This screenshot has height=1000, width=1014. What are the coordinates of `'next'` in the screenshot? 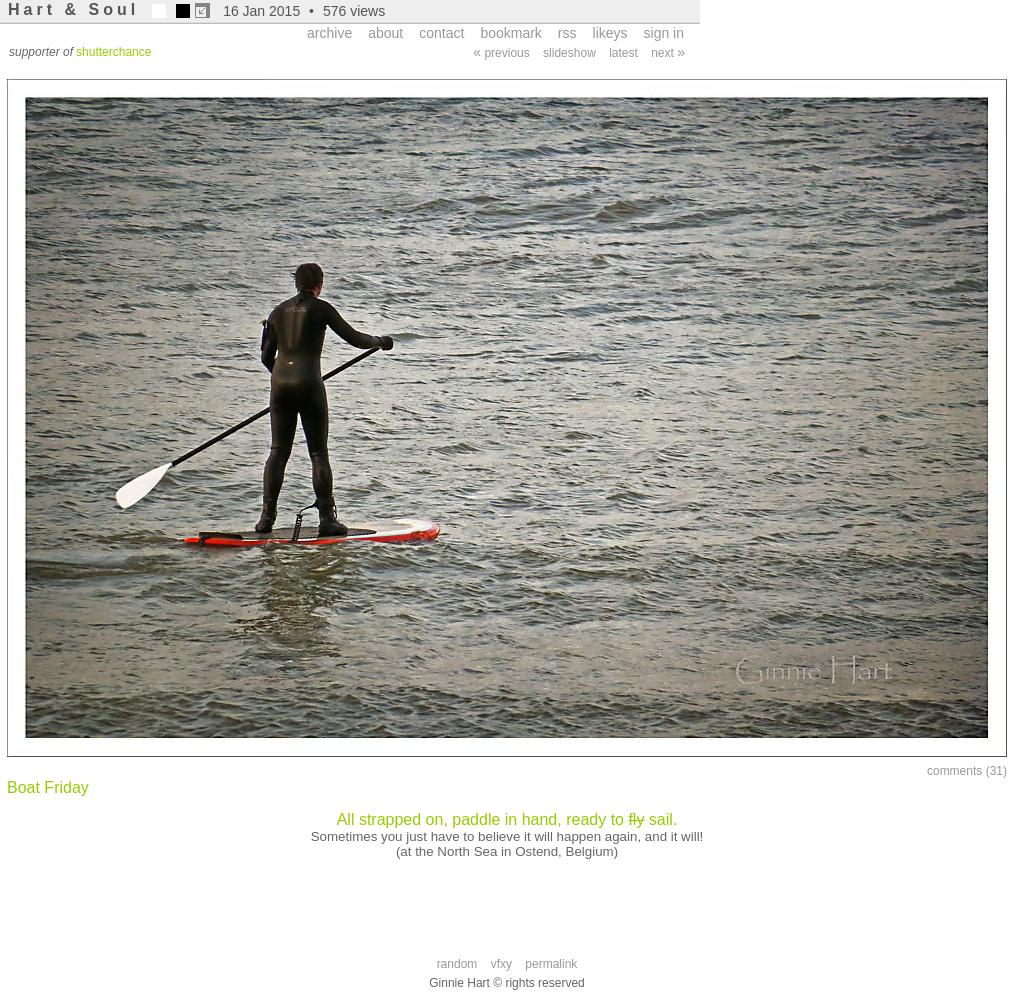 It's located at (663, 53).